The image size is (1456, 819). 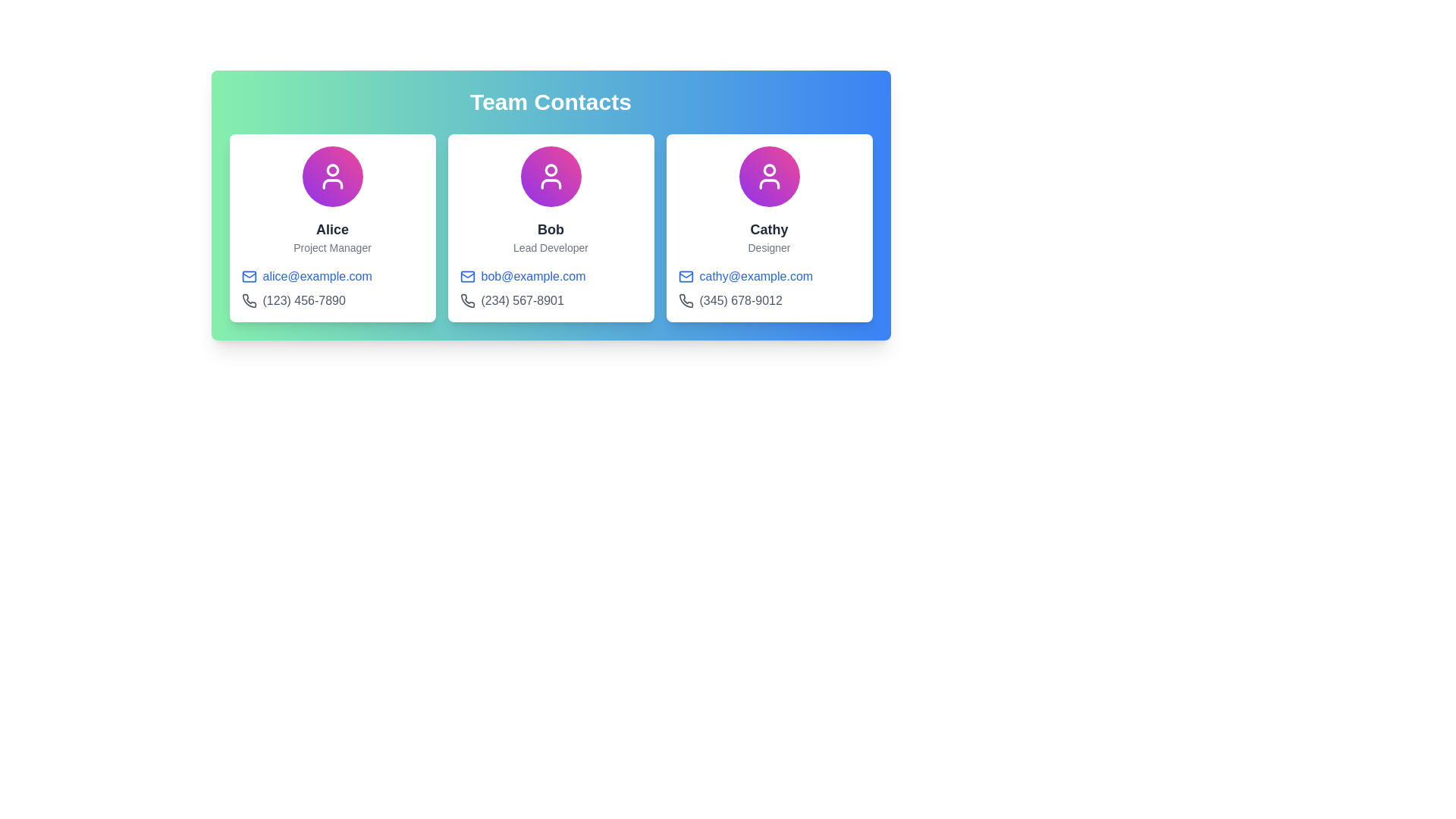 What do you see at coordinates (685, 277) in the screenshot?
I see `the mail envelope icon with a blue outline located to the left of the email address 'cathy@example.com' in the third card of the 'Team Contacts' section` at bounding box center [685, 277].